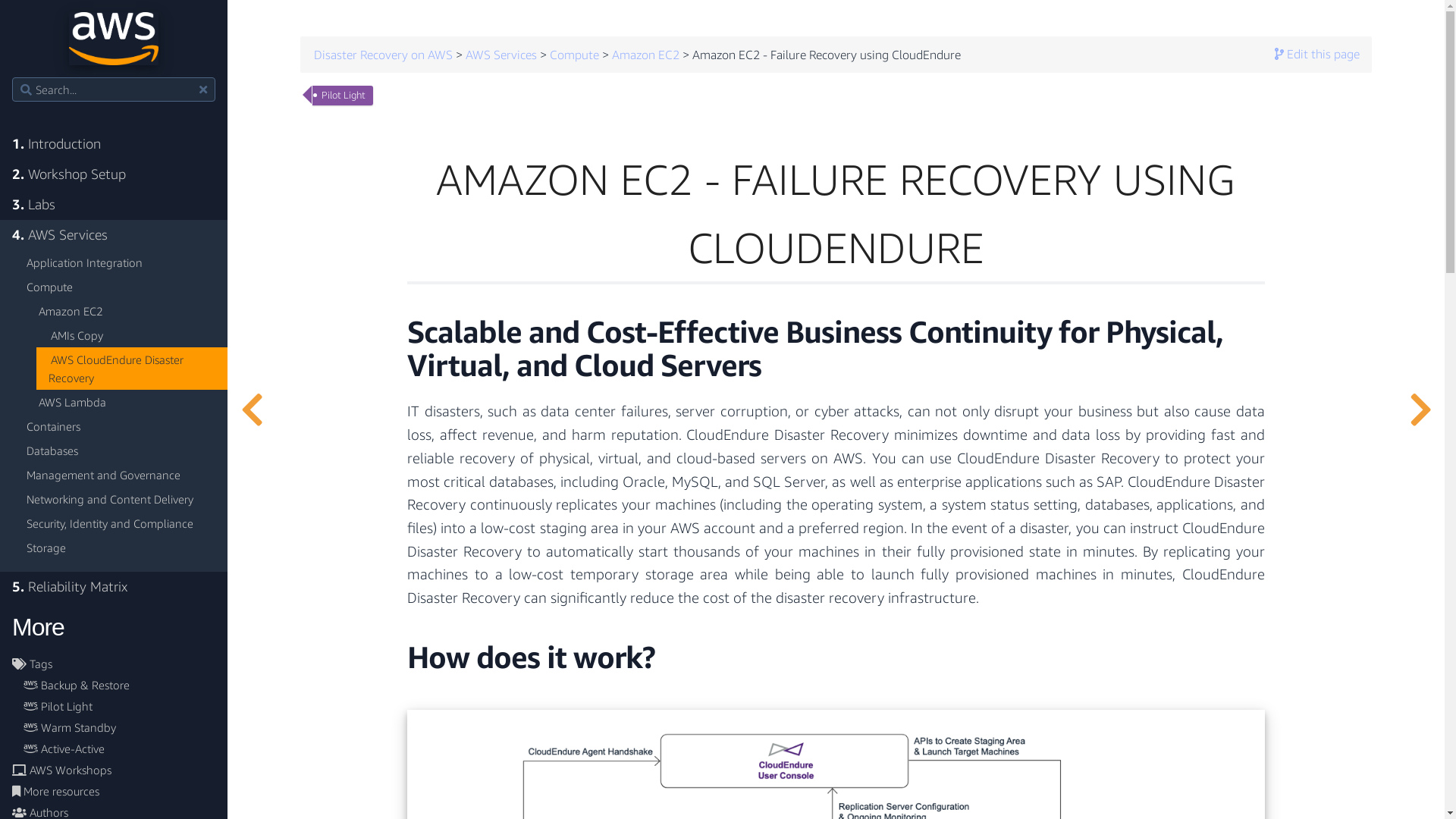 This screenshot has width=1456, height=819. What do you see at coordinates (119, 547) in the screenshot?
I see `'Storage'` at bounding box center [119, 547].